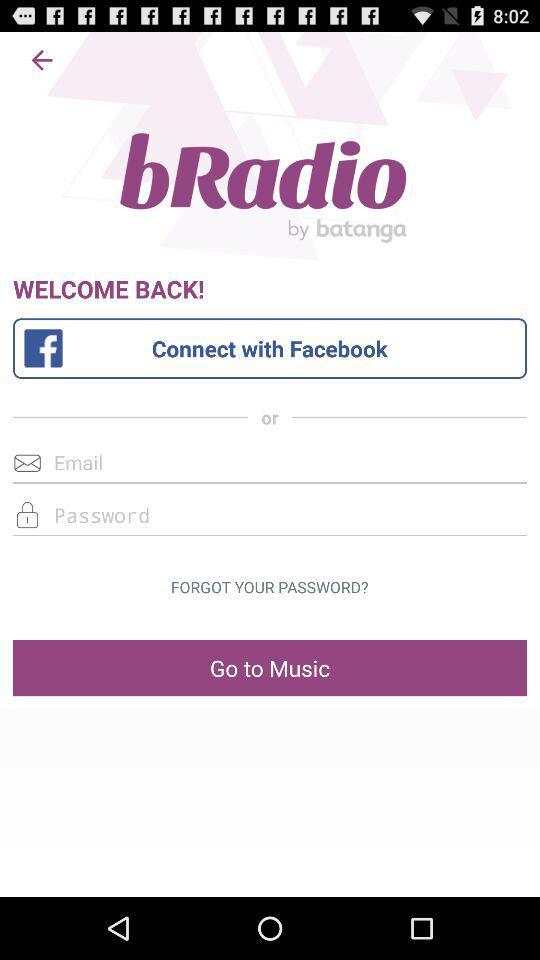 This screenshot has width=540, height=960. Describe the element at coordinates (269, 348) in the screenshot. I see `the connect with facebook` at that location.